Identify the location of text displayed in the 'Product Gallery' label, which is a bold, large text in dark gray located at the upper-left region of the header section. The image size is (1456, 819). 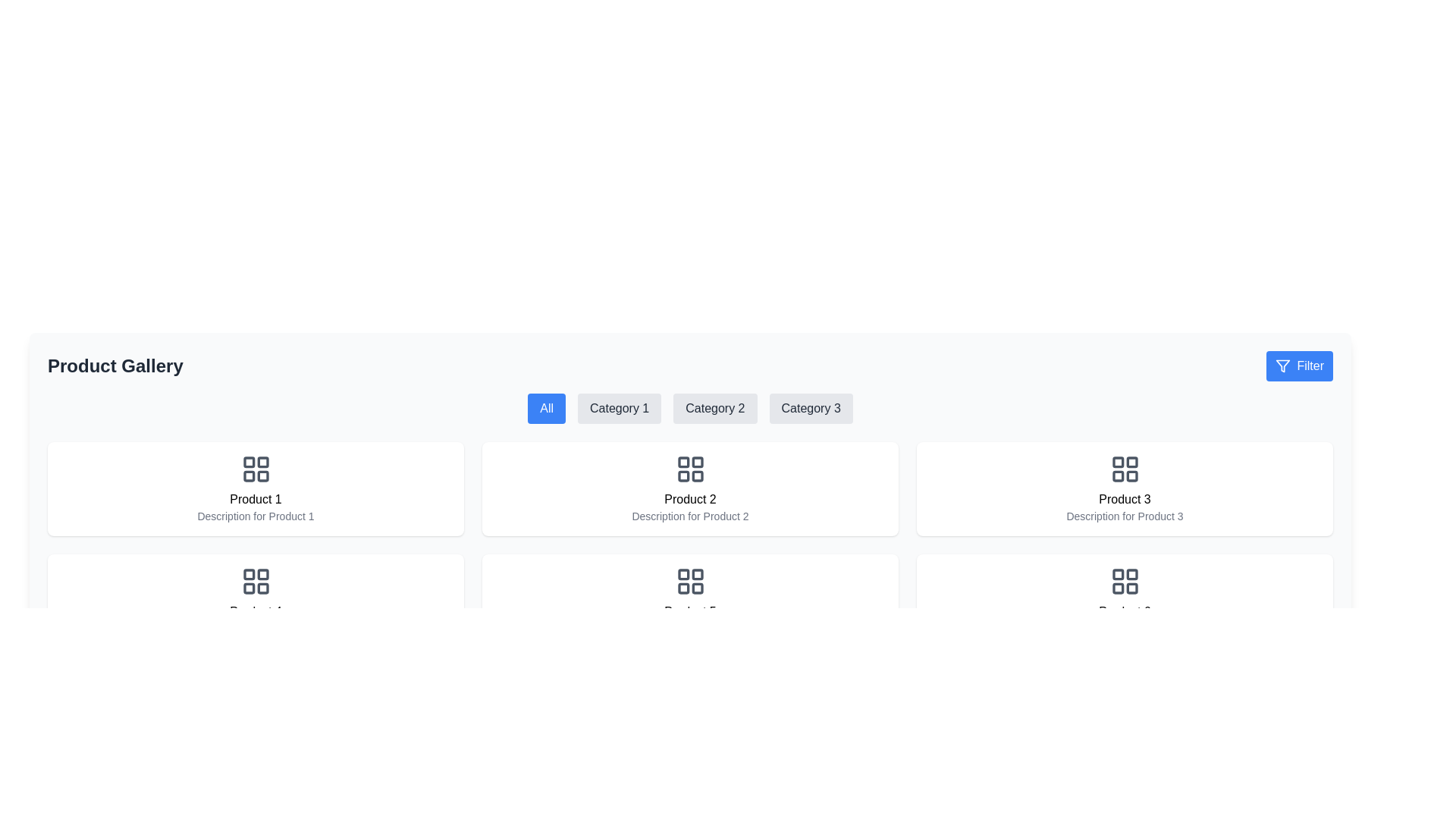
(115, 366).